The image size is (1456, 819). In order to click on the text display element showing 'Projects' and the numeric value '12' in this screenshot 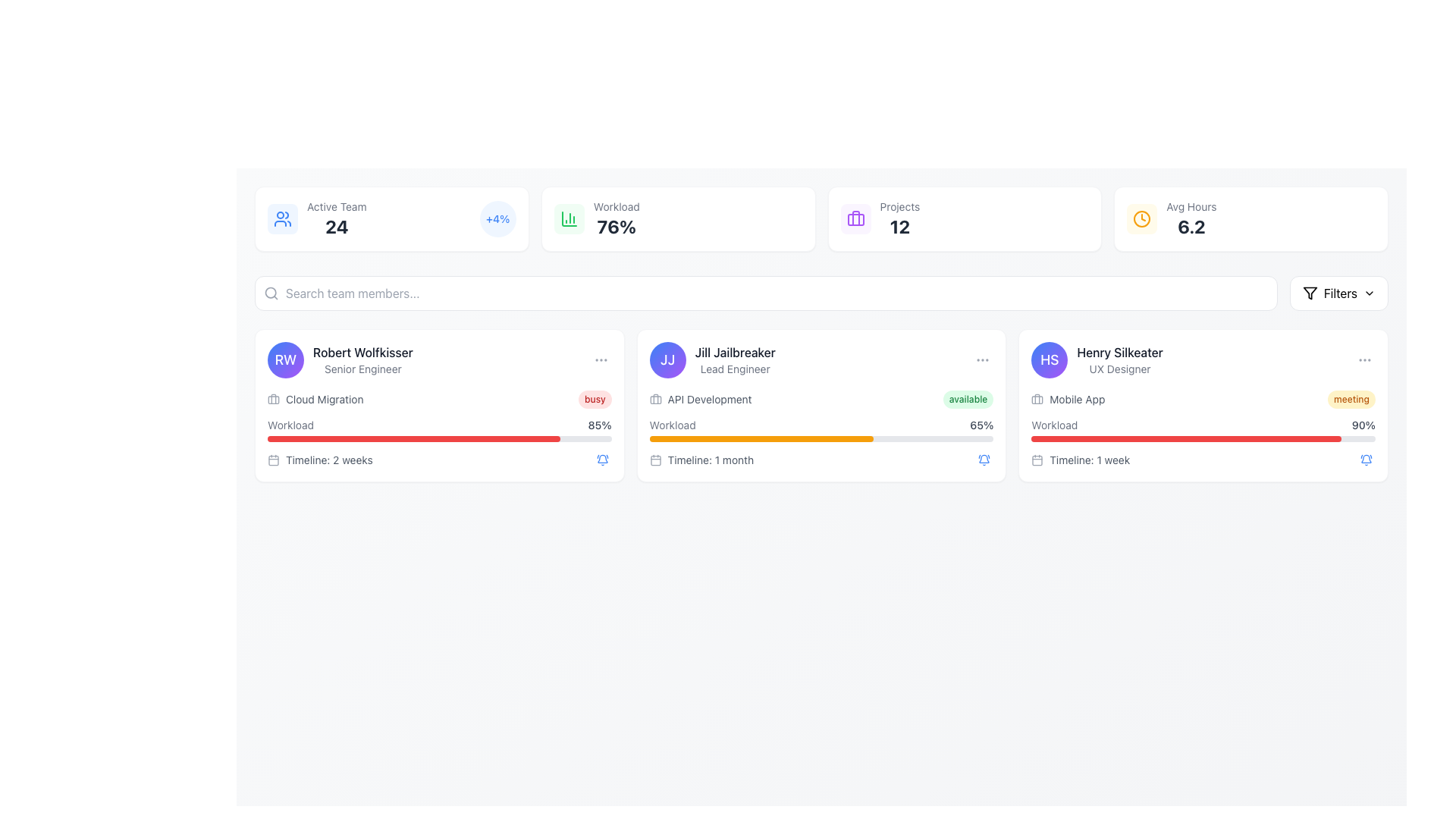, I will do `click(899, 219)`.